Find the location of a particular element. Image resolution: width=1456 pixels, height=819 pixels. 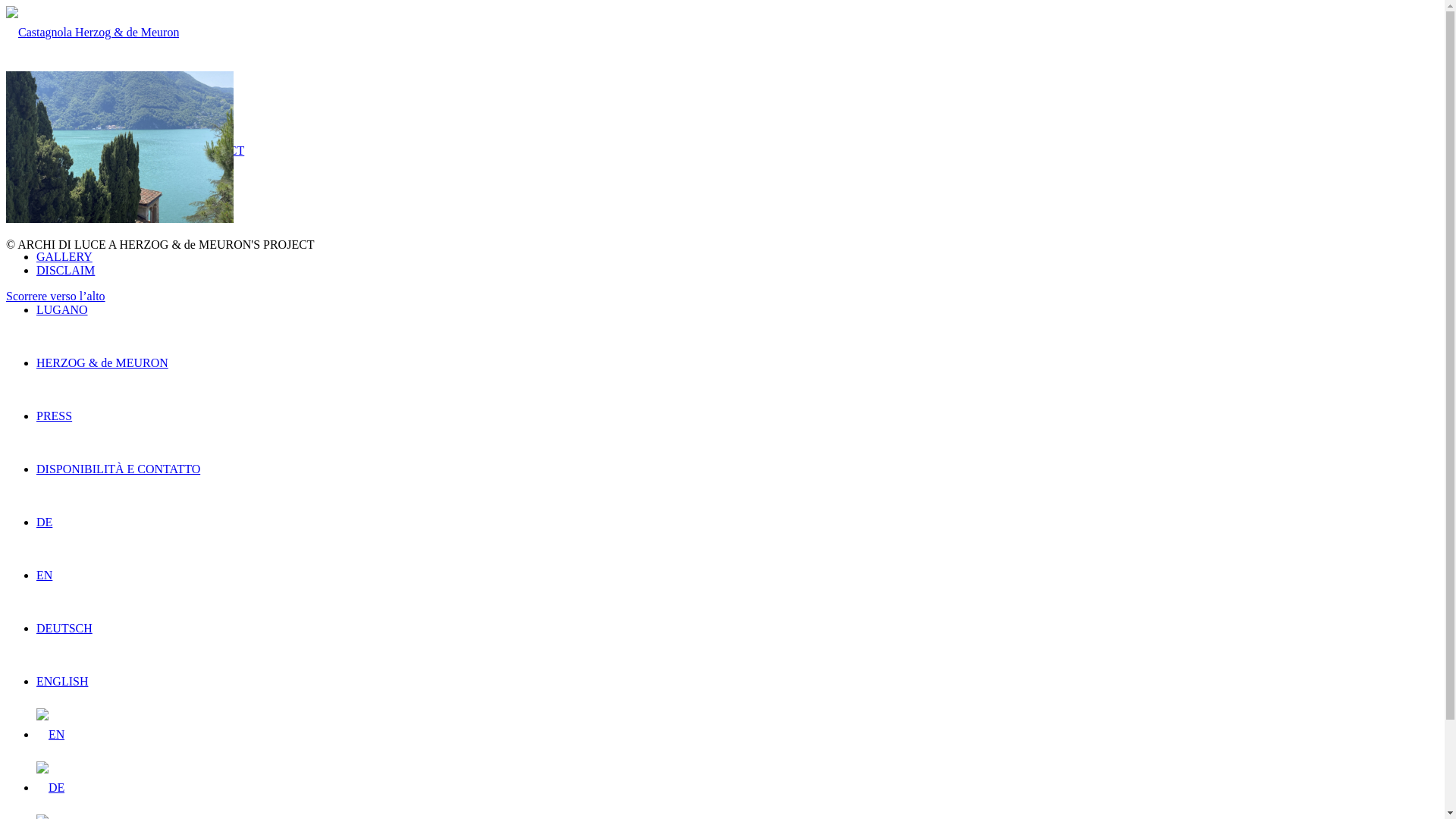

'EN' is located at coordinates (44, 575).